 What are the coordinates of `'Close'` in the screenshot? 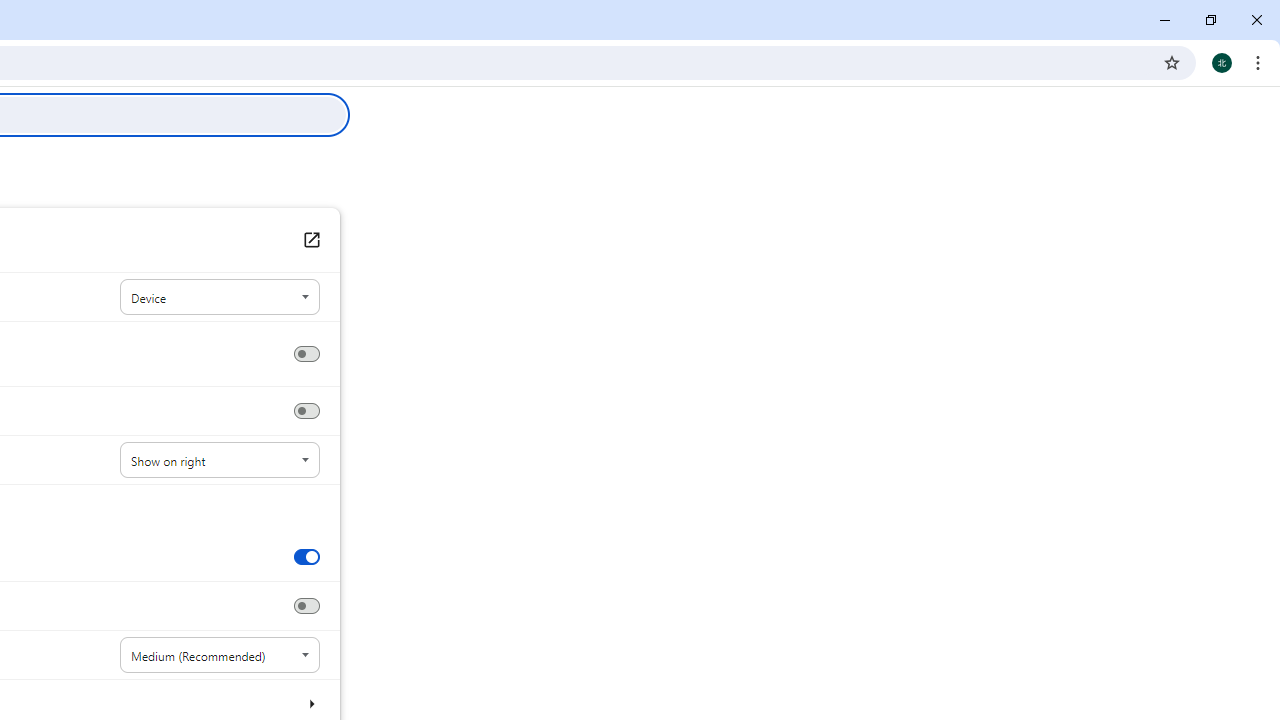 It's located at (1255, 20).